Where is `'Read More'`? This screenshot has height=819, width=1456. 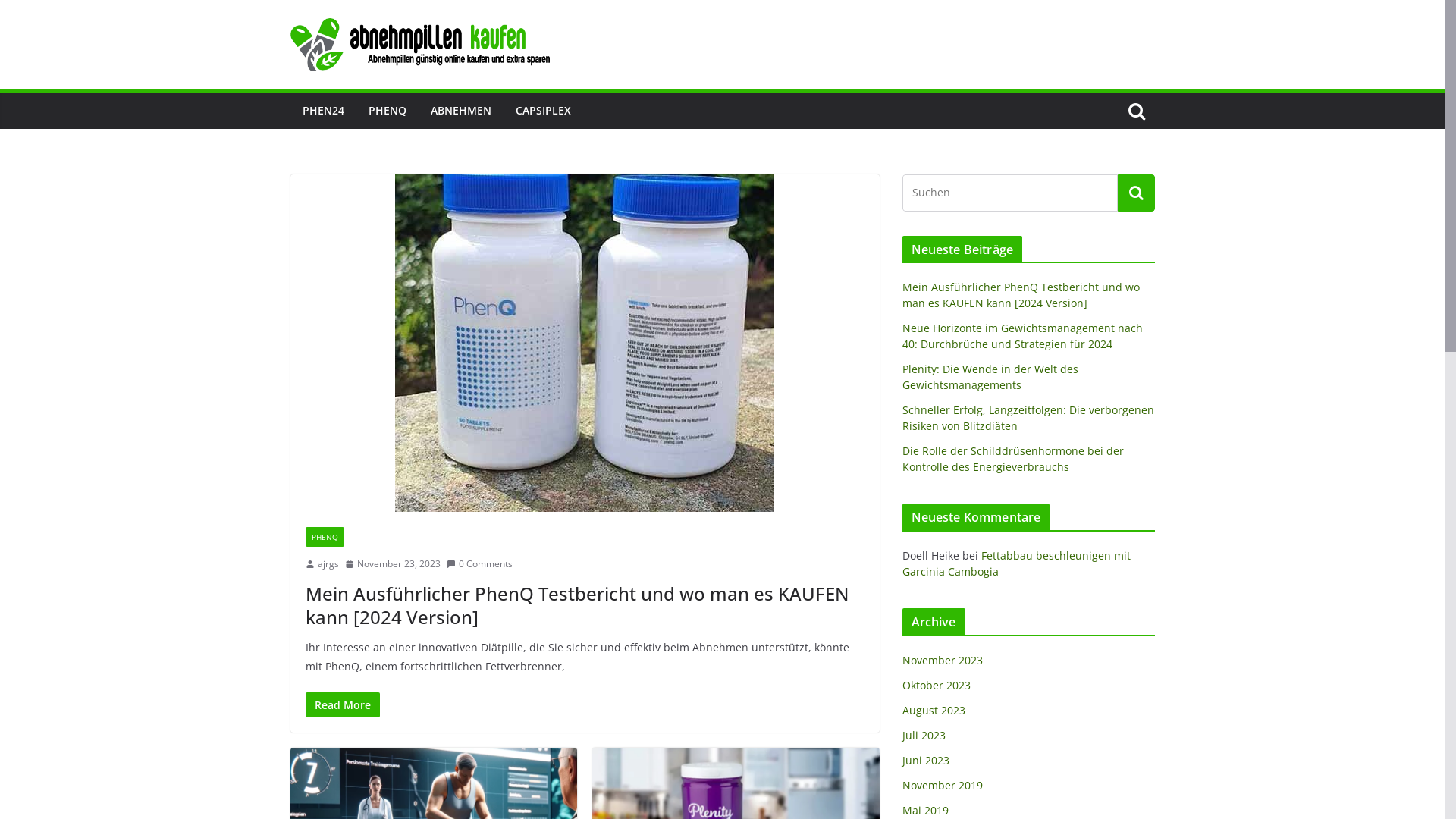
'Read More' is located at coordinates (341, 704).